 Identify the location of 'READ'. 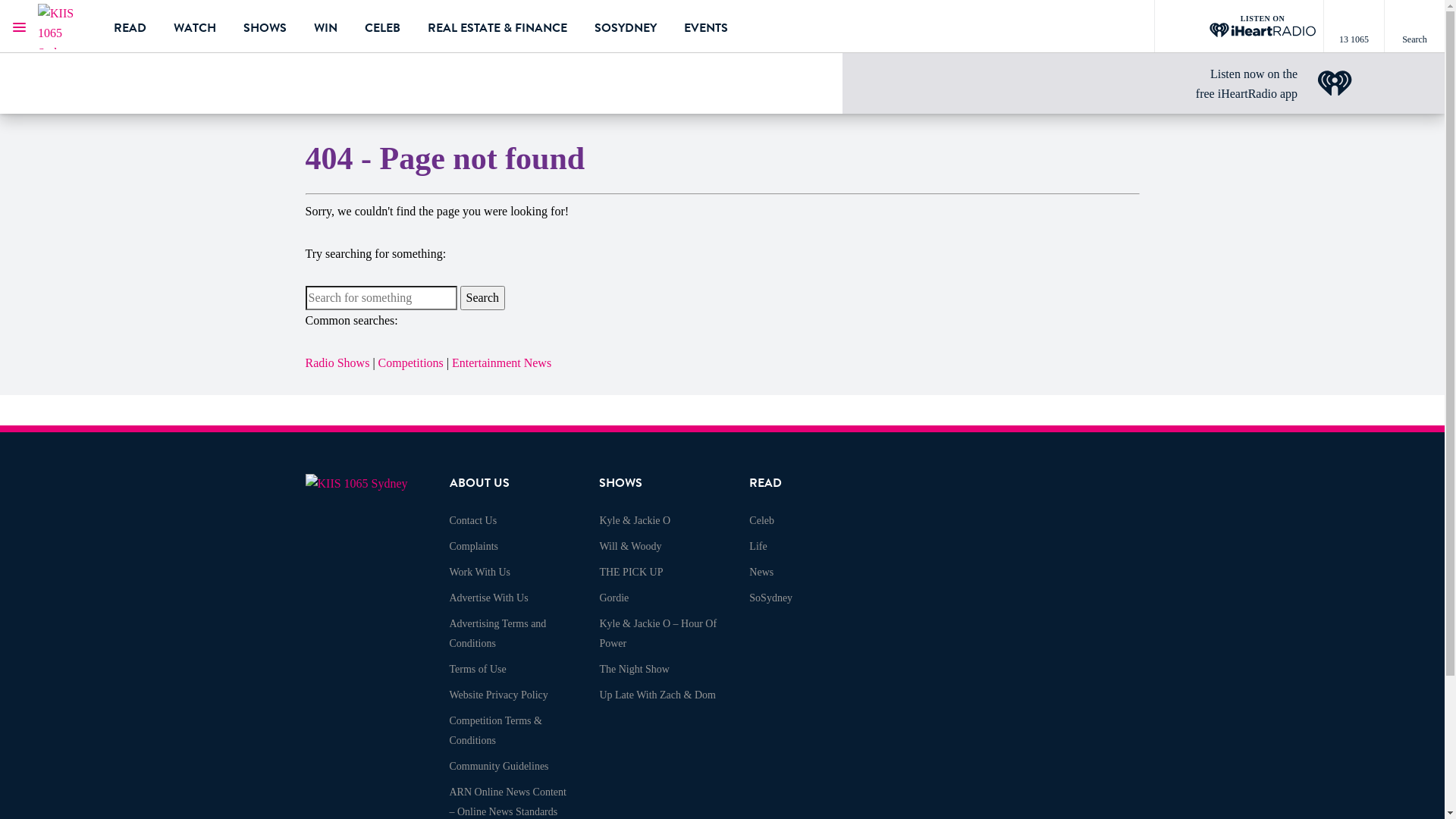
(112, 26).